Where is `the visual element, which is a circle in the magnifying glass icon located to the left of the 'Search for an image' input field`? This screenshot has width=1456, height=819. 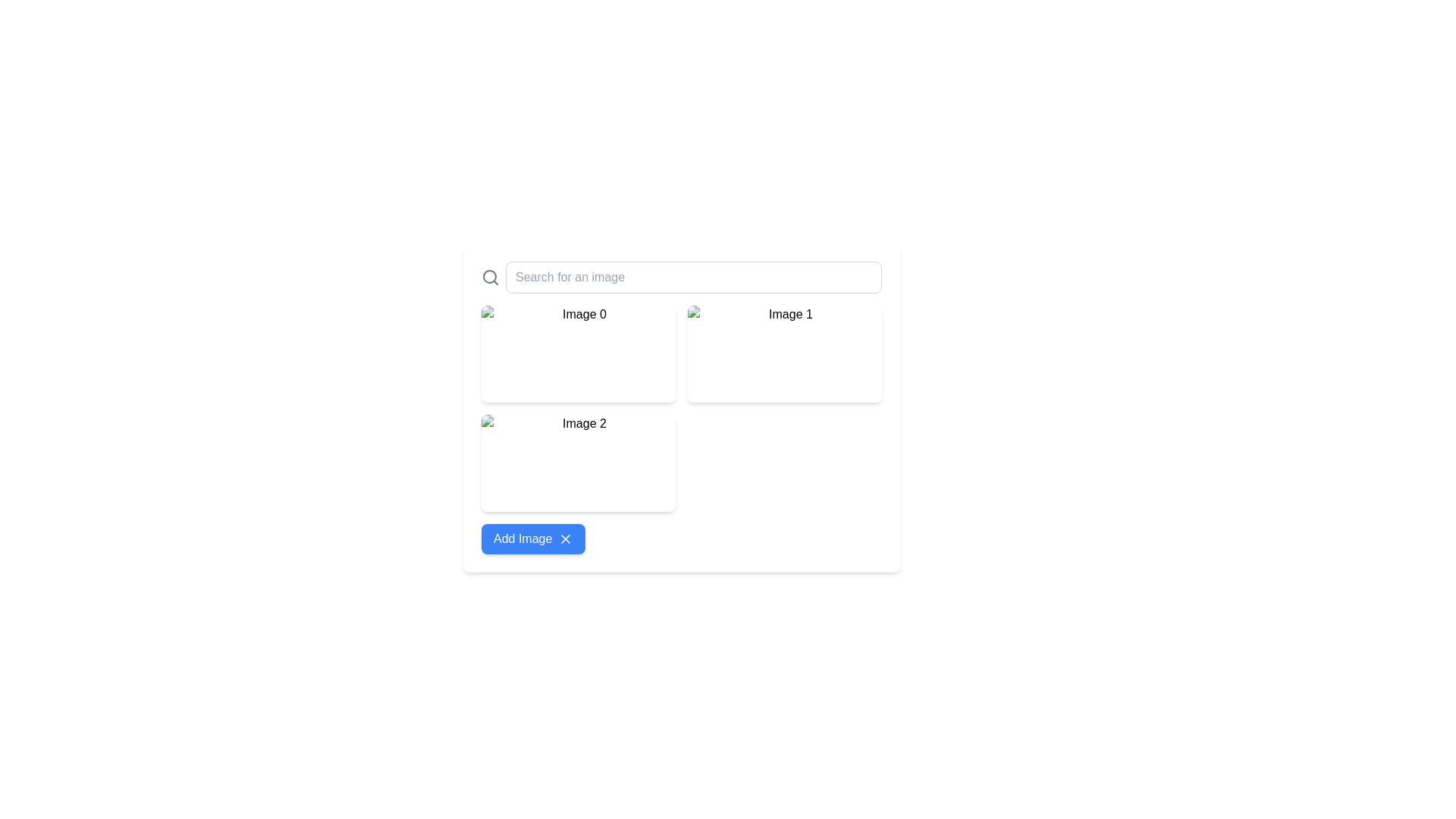
the visual element, which is a circle in the magnifying glass icon located to the left of the 'Search for an image' input field is located at coordinates (490, 277).